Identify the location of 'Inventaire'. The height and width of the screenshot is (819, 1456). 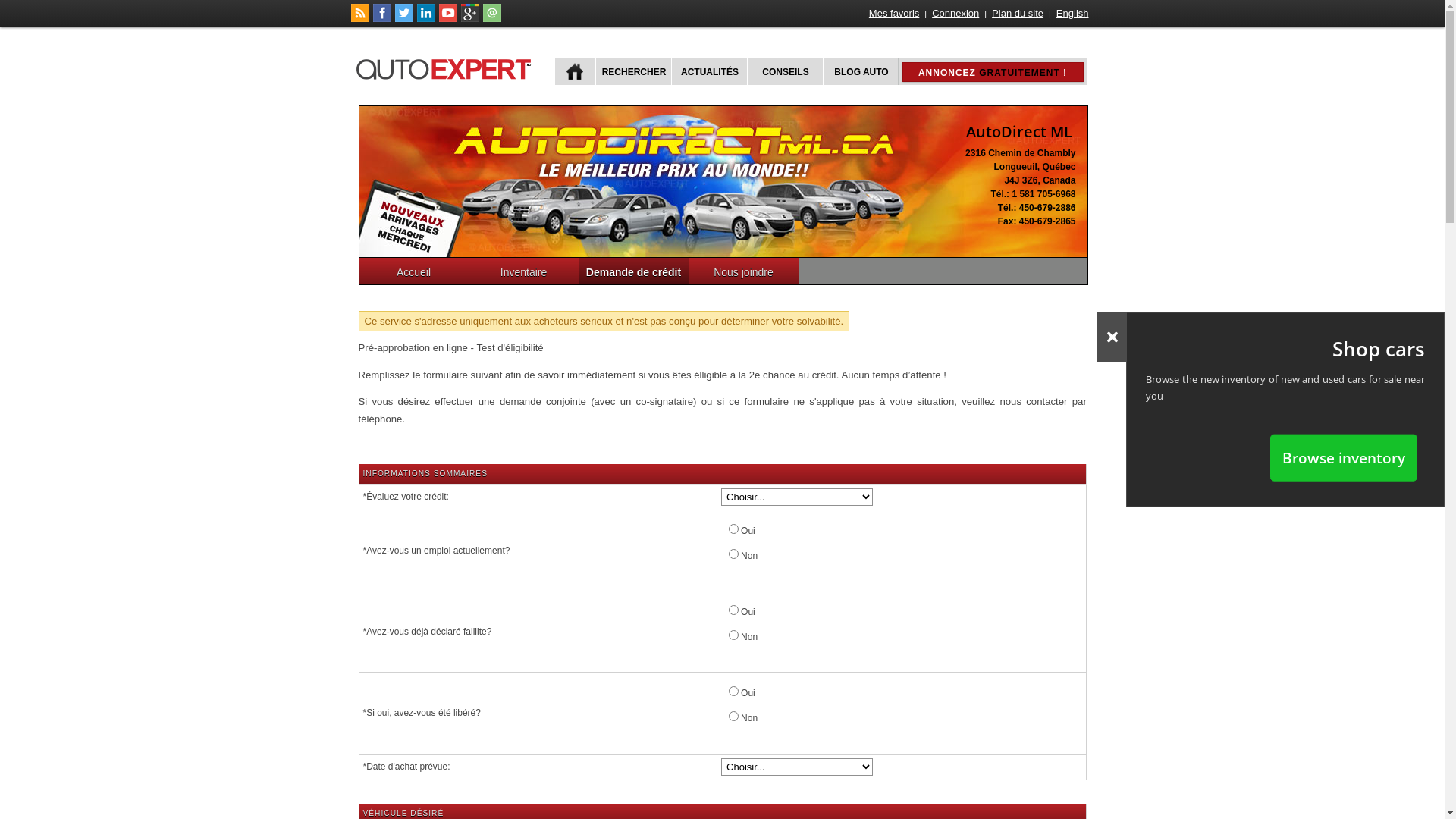
(523, 270).